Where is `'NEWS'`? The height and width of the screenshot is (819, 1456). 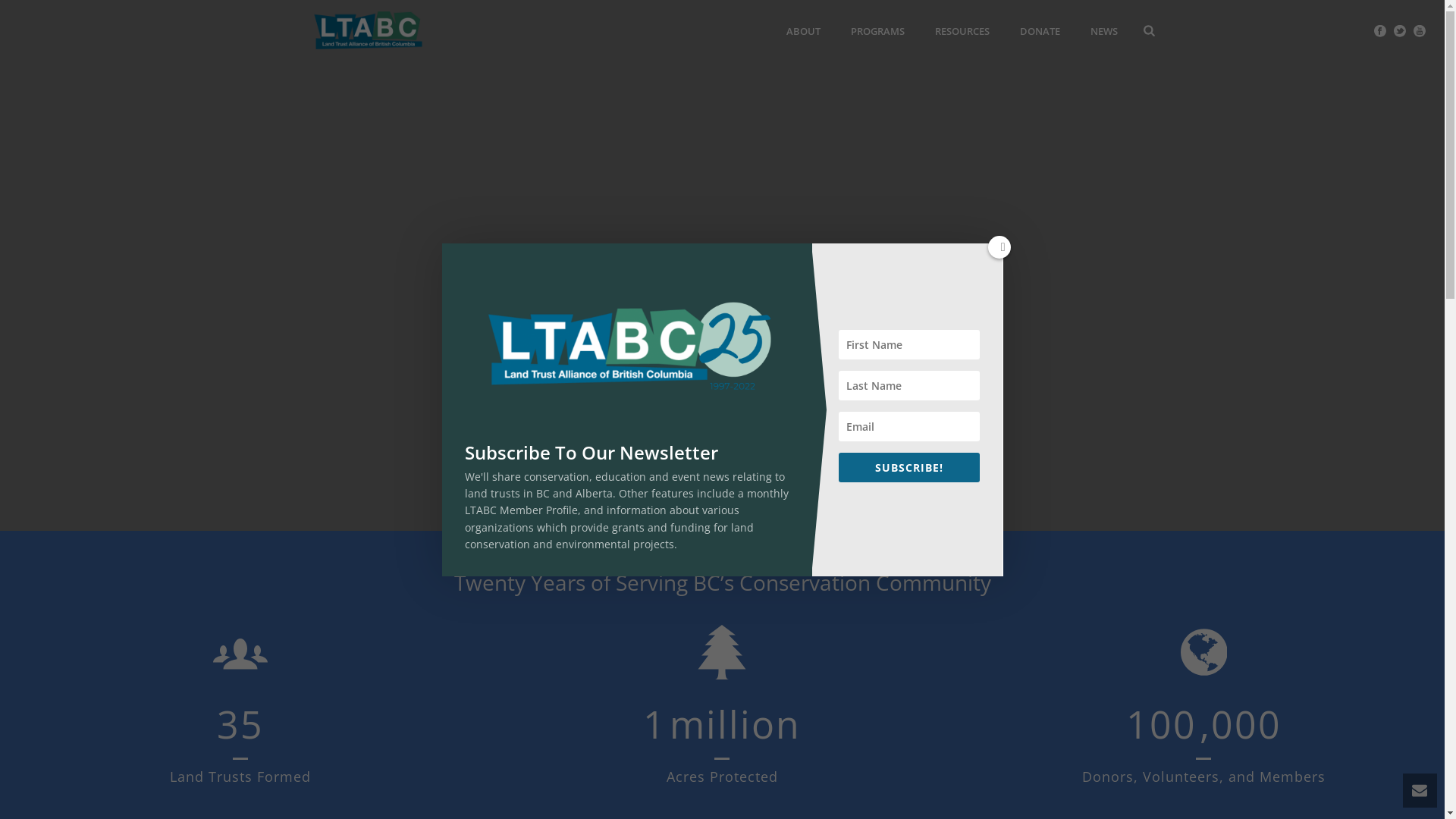
'NEWS' is located at coordinates (1074, 31).